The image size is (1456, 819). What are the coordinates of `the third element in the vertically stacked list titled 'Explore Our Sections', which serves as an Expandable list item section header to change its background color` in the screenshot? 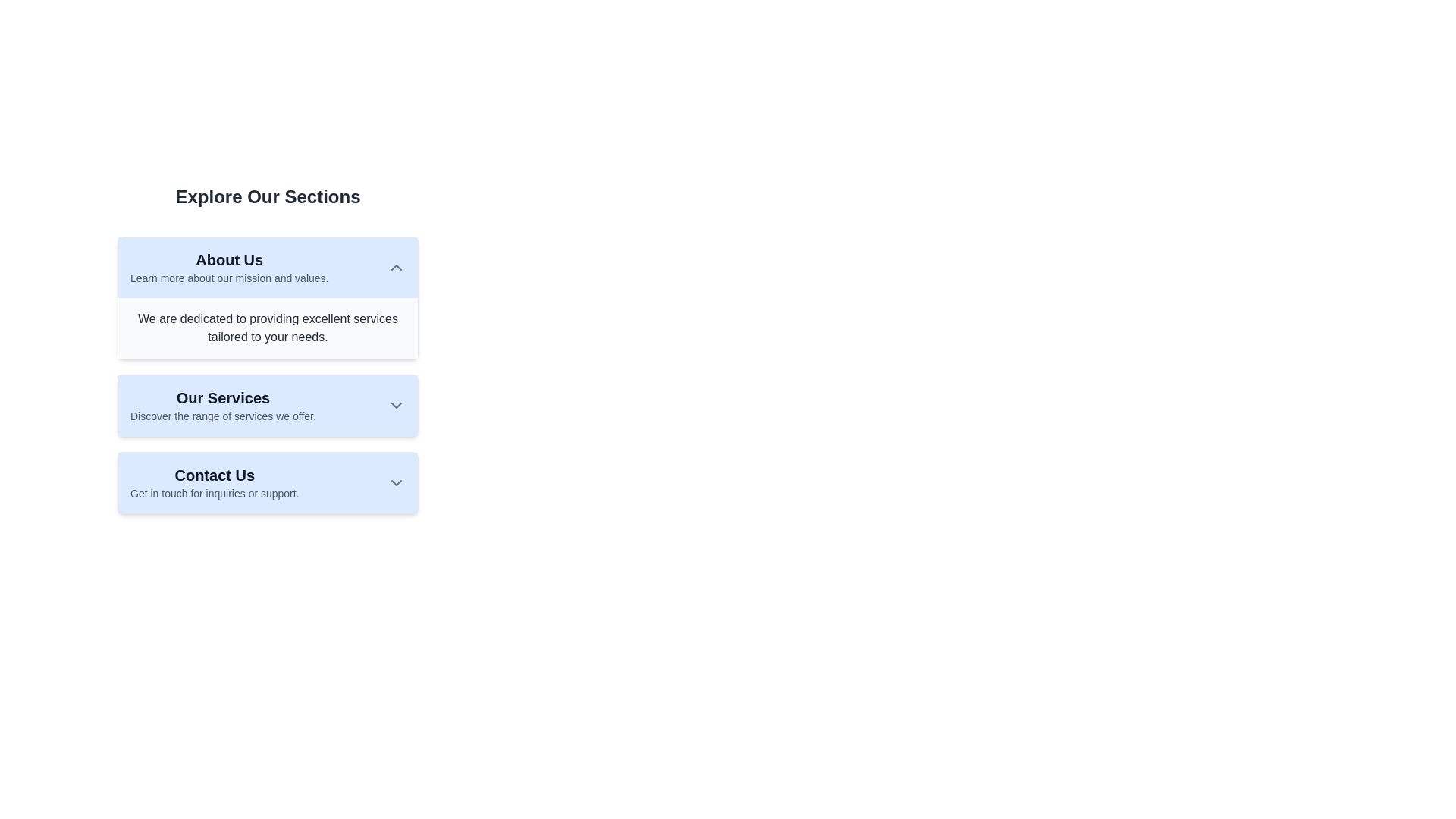 It's located at (268, 482).